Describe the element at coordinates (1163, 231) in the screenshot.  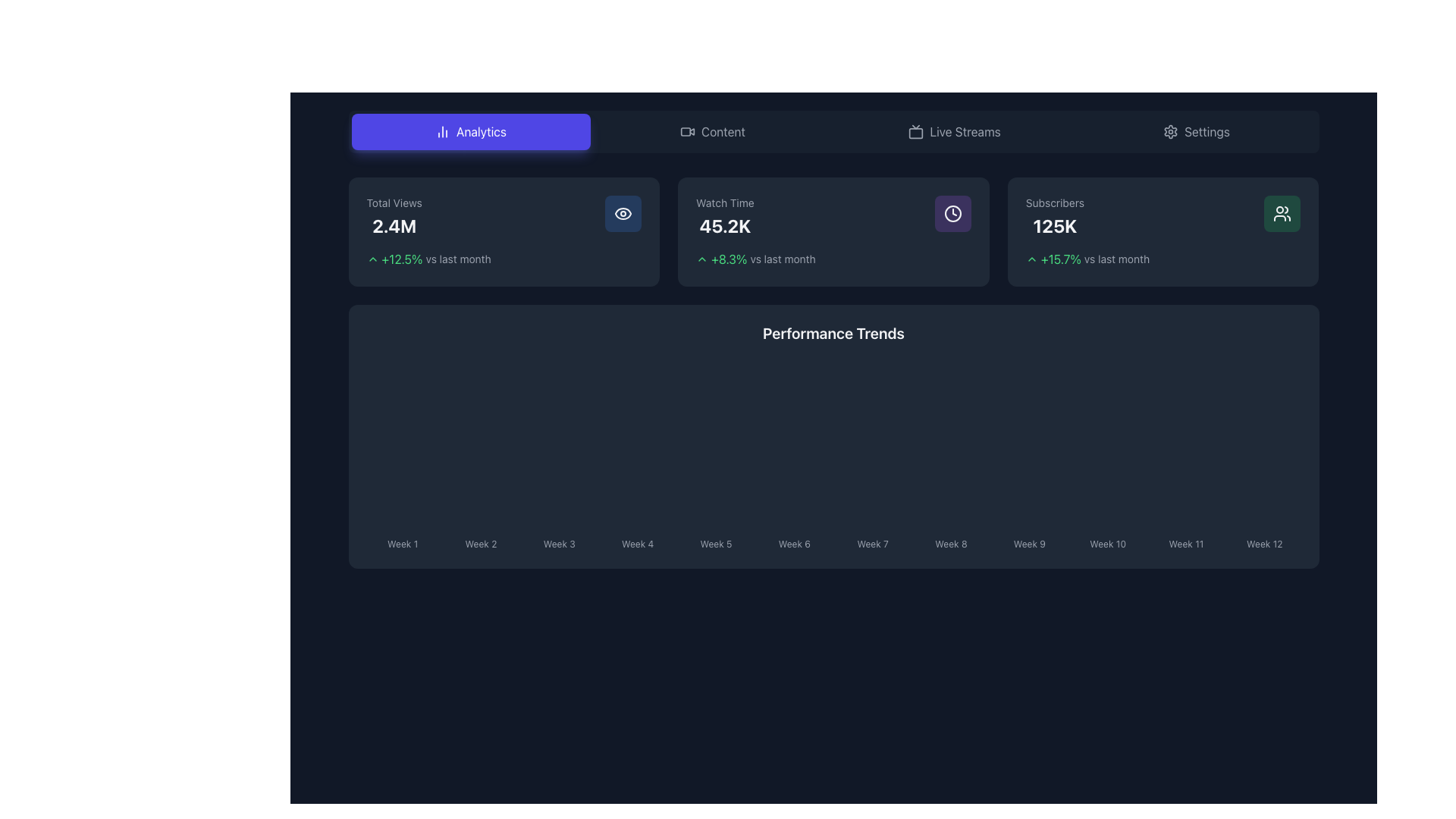
I see `the static information card displaying subscriber metrics, which shows total subscribers (125K) and a growth percentage (+15.7%), located in the upper right section of the interface` at that location.